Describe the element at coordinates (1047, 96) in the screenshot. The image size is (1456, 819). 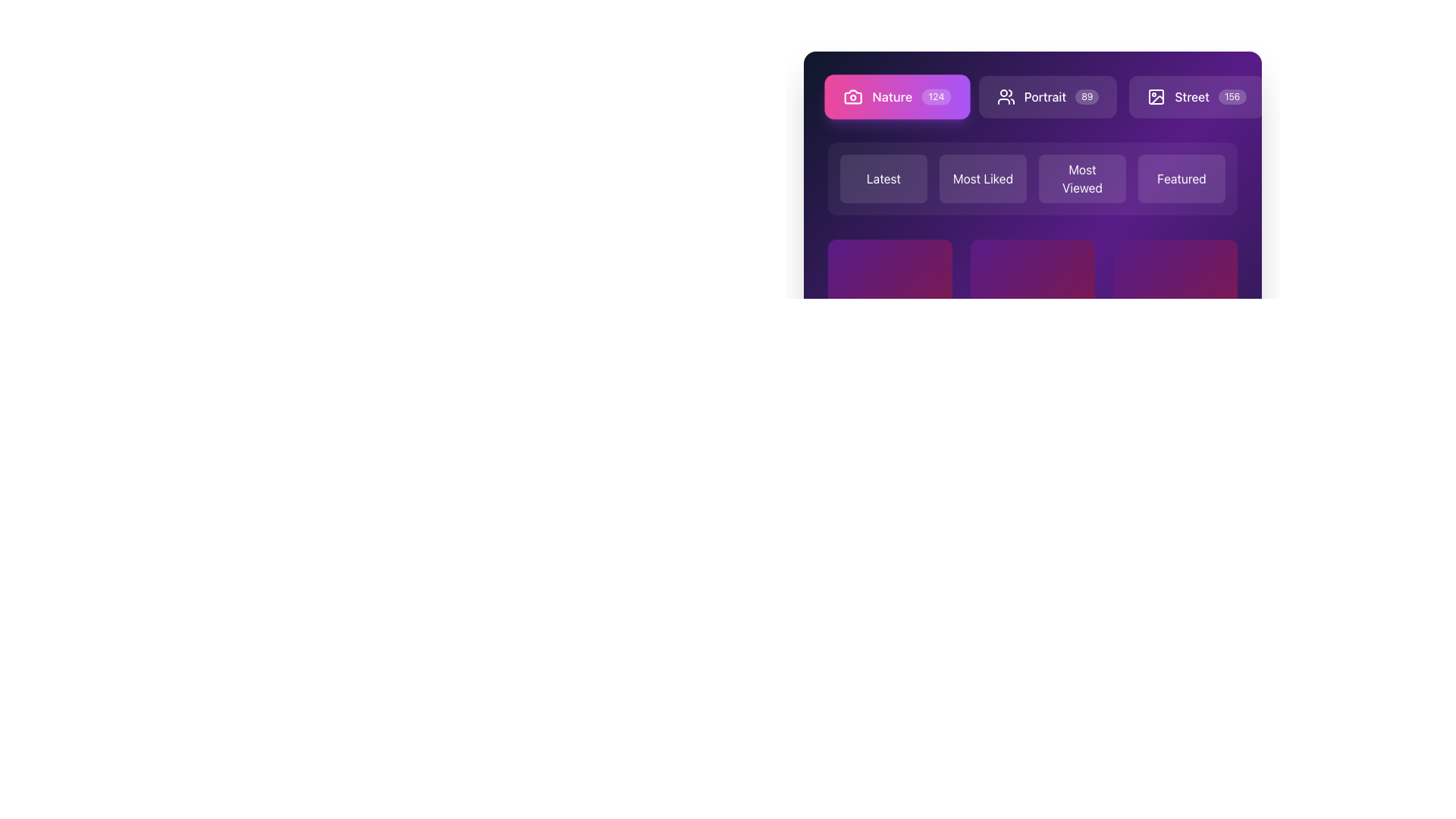
I see `the 'Portrait' button located in the top section of the interface, which features a white icon resembling a user profile, the label 'Portrait', and a badge styled number '89'` at that location.